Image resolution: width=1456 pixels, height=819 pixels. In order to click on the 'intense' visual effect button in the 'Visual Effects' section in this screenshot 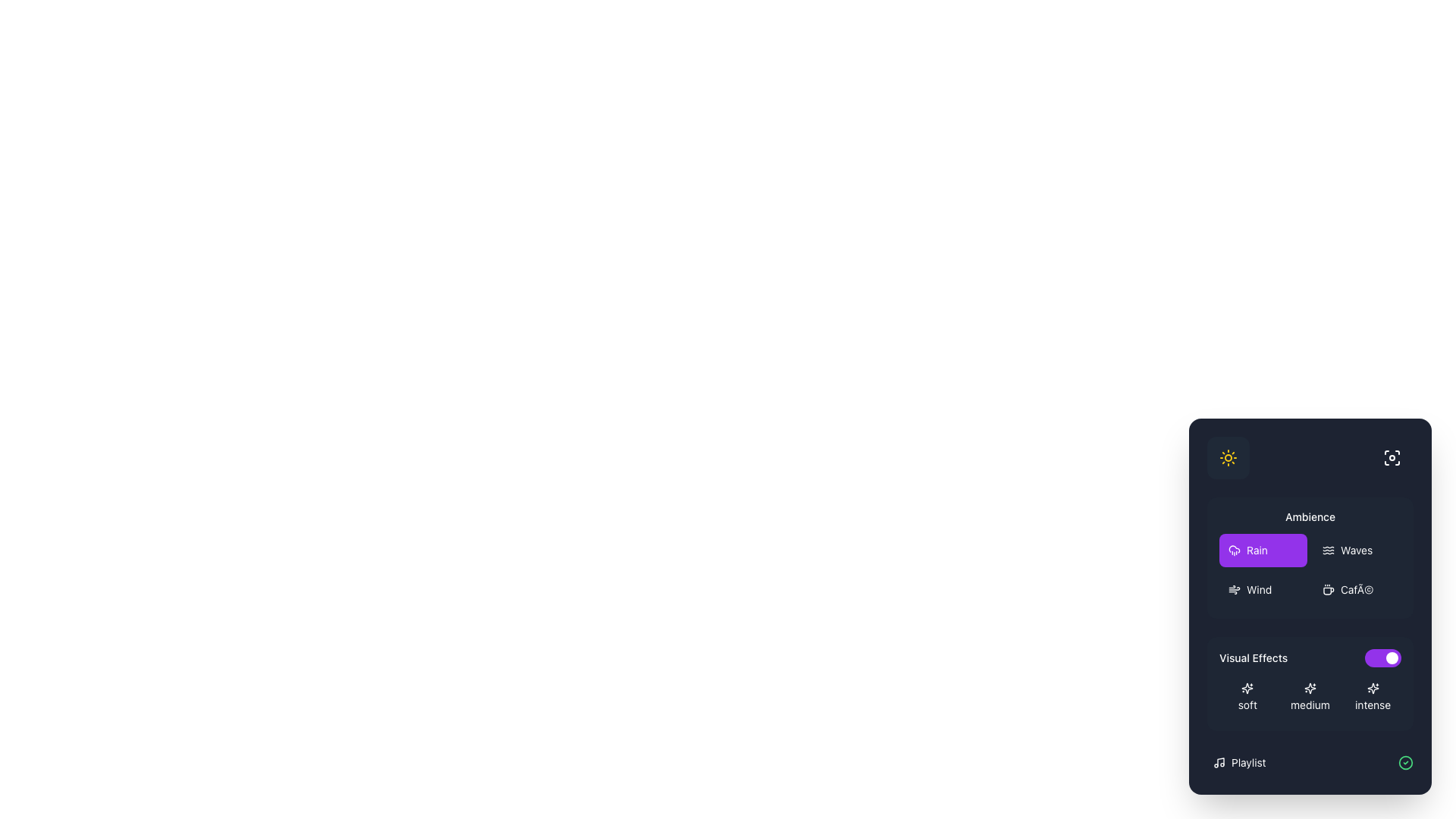, I will do `click(1373, 698)`.